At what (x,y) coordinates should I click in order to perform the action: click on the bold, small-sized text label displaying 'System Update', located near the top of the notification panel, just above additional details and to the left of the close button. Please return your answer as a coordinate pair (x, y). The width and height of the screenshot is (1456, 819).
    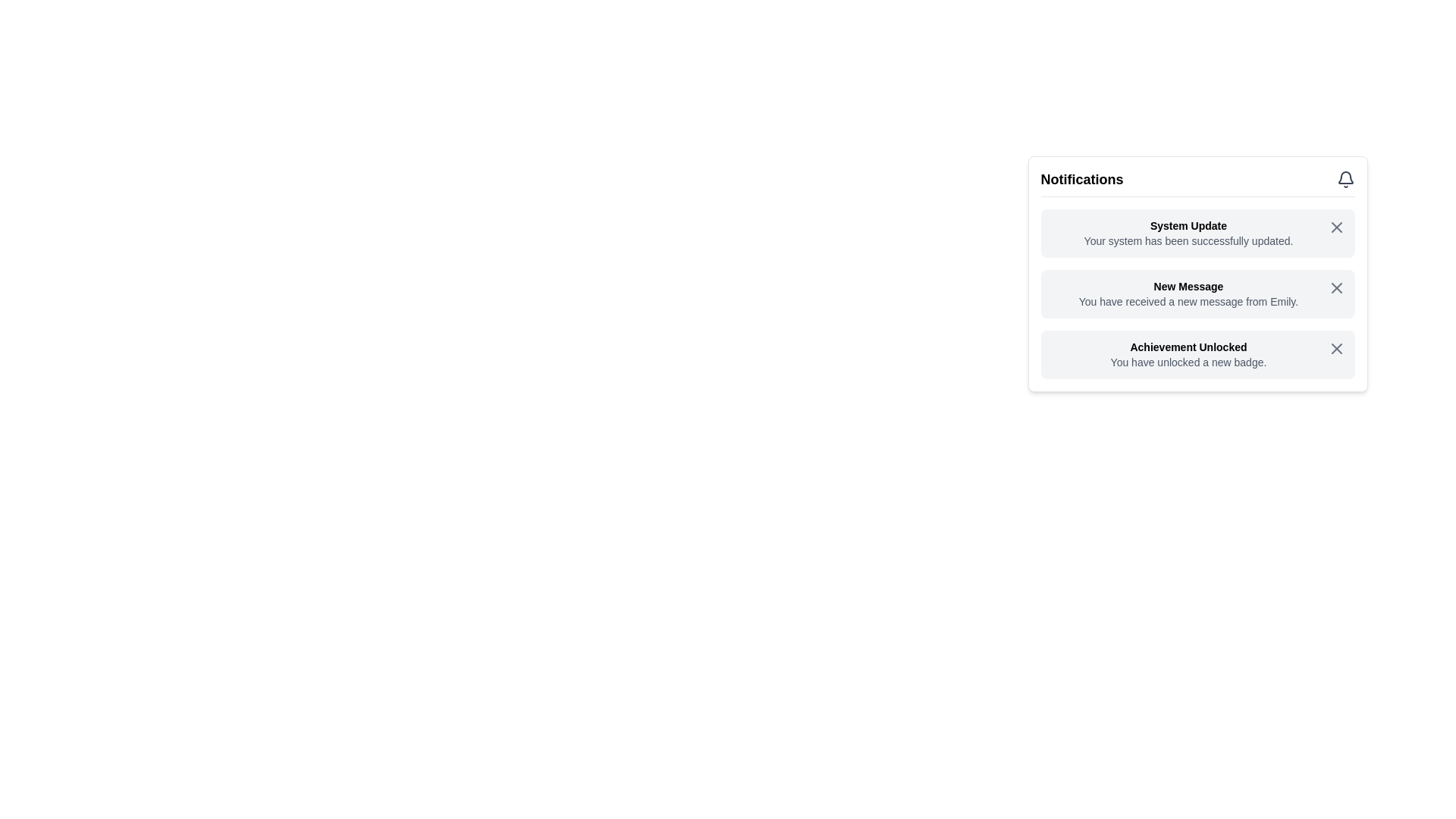
    Looking at the image, I should click on (1188, 225).